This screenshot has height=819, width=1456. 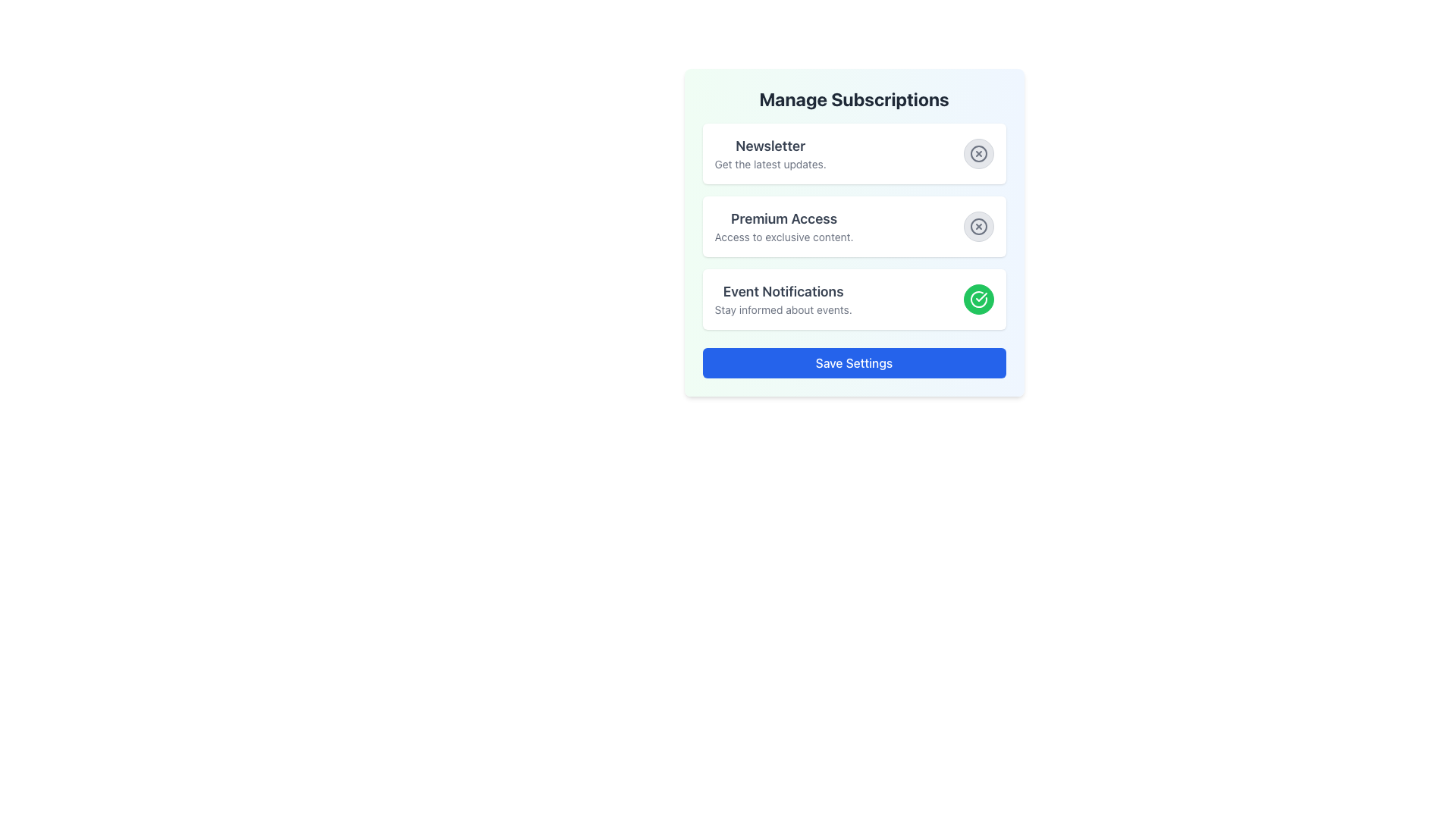 I want to click on the circular button with an 'X' icon located at the upper-right corner of the 'Newsletter' subscription card in the 'Manage Subscriptions' list, so click(x=978, y=154).